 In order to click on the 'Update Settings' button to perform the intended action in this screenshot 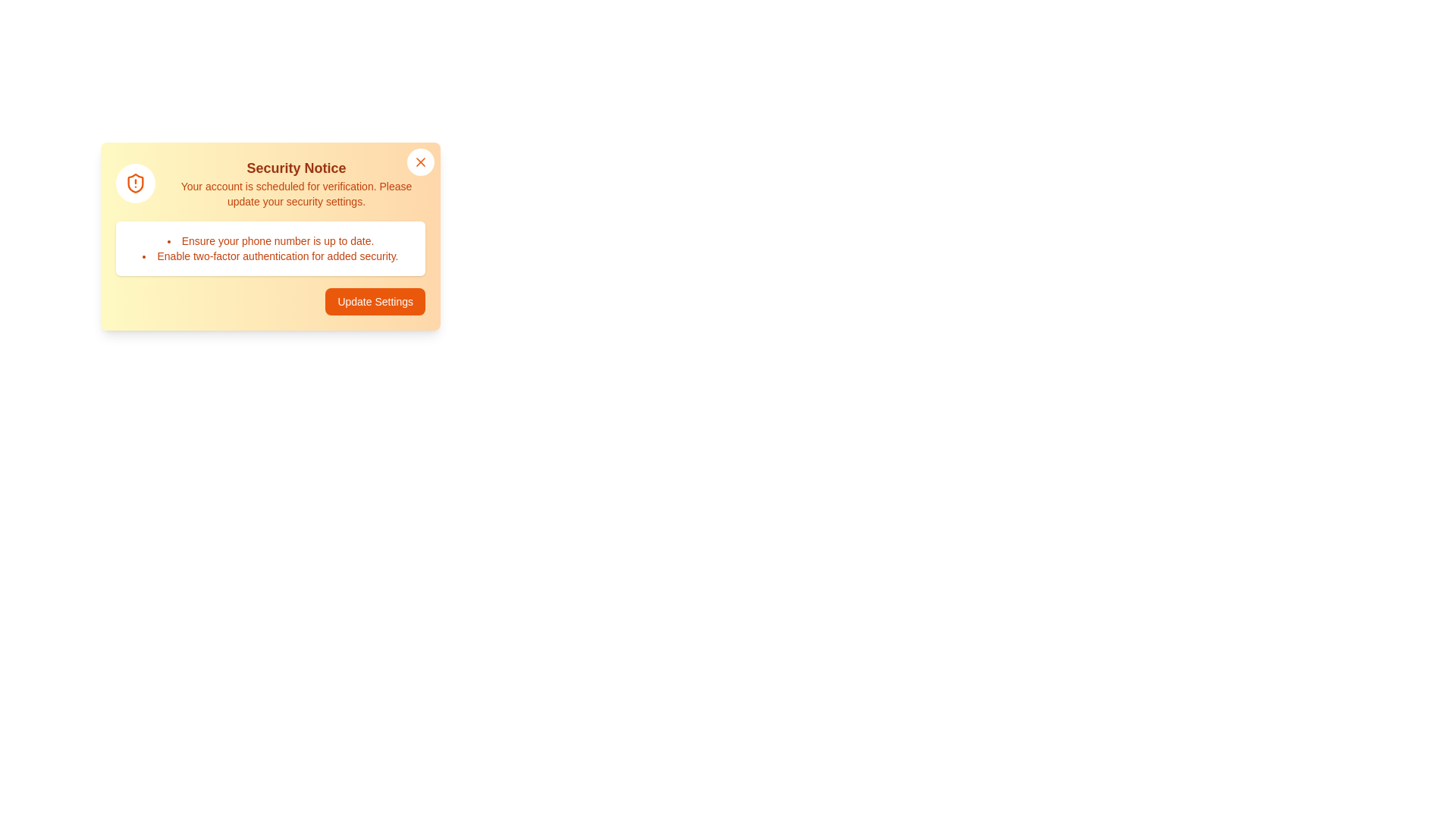, I will do `click(375, 301)`.